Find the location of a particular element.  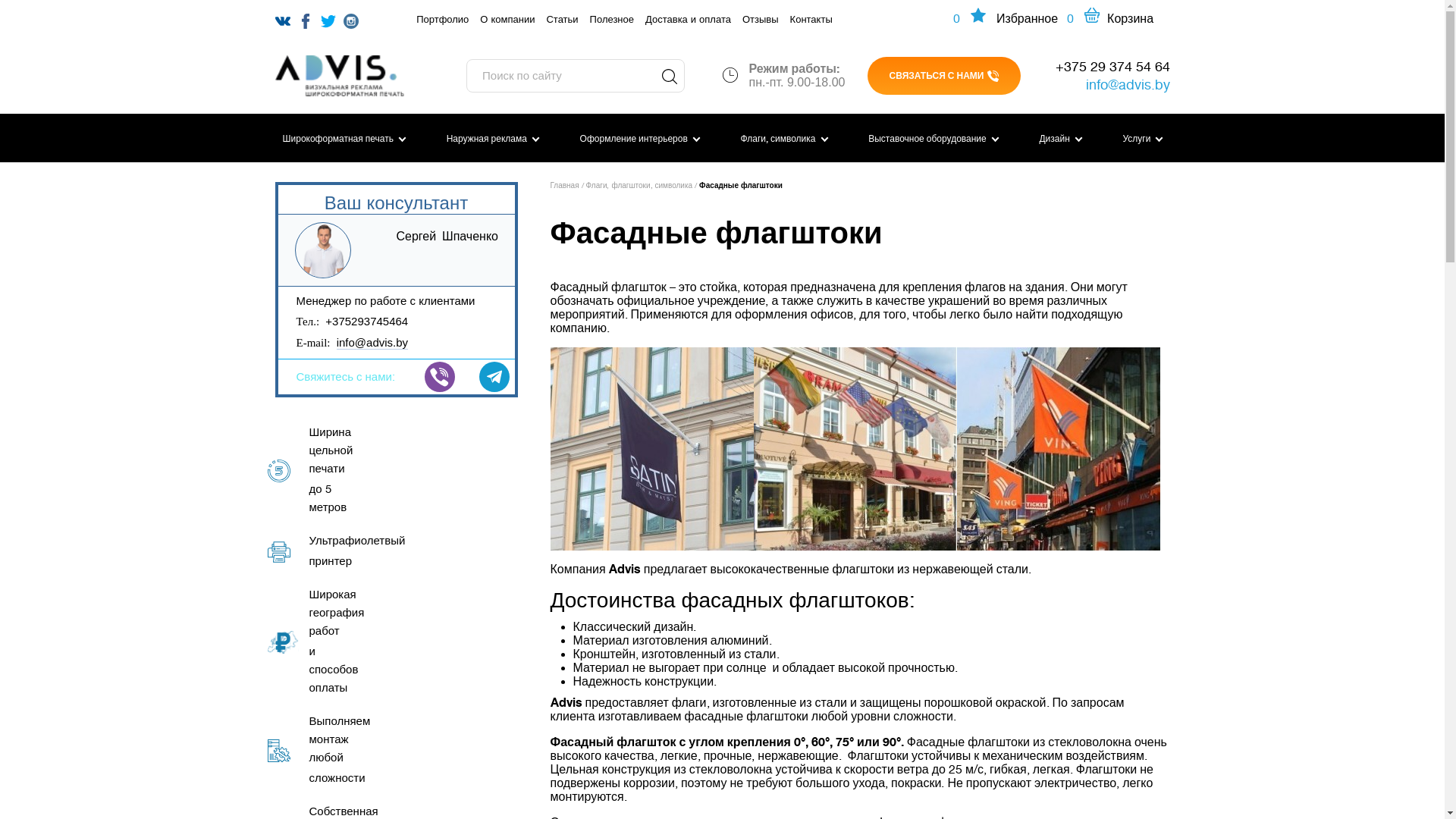

'info@advis.by' is located at coordinates (372, 342).